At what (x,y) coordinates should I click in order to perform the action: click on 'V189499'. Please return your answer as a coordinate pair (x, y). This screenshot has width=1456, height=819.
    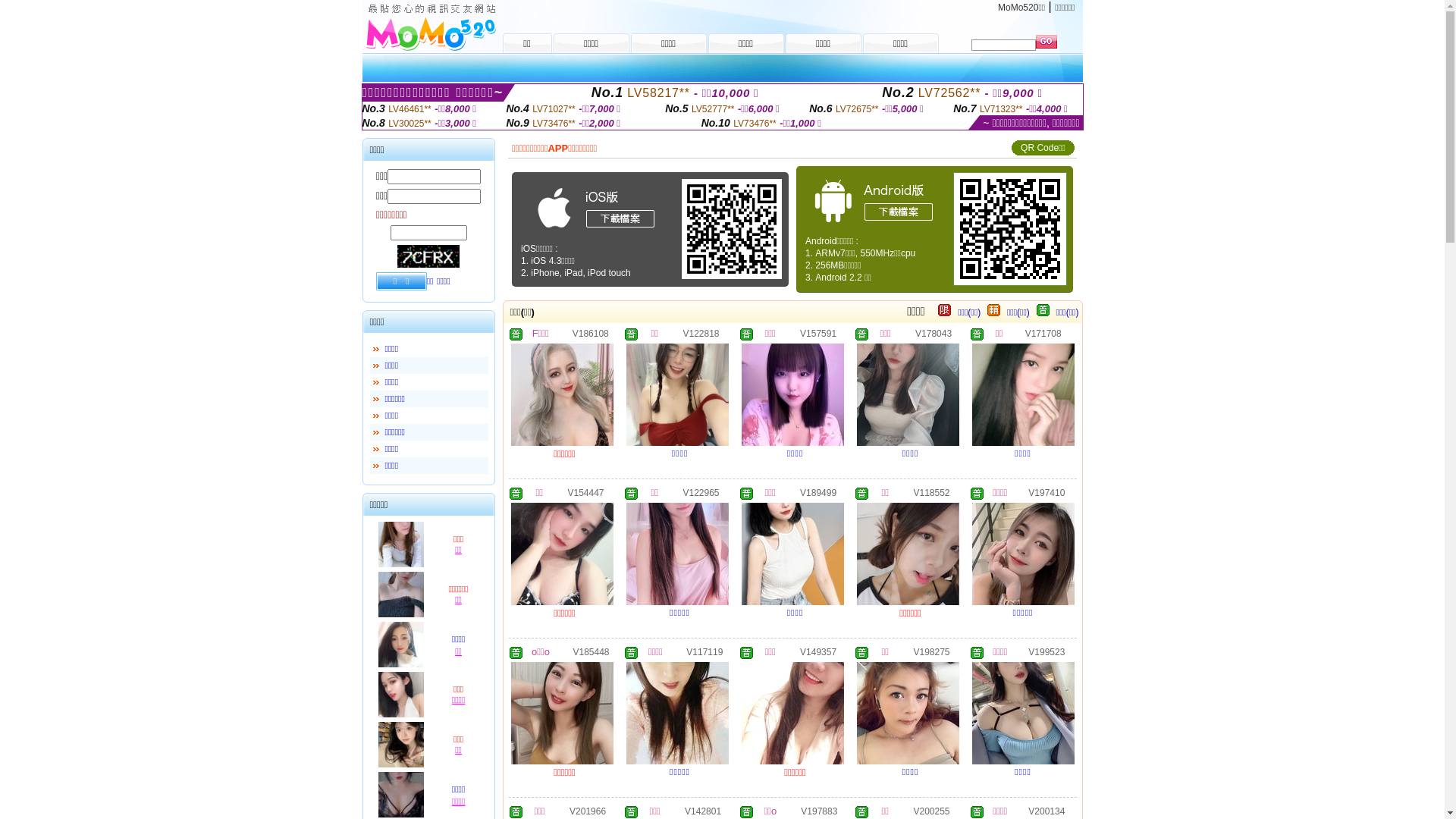
    Looking at the image, I should click on (817, 491).